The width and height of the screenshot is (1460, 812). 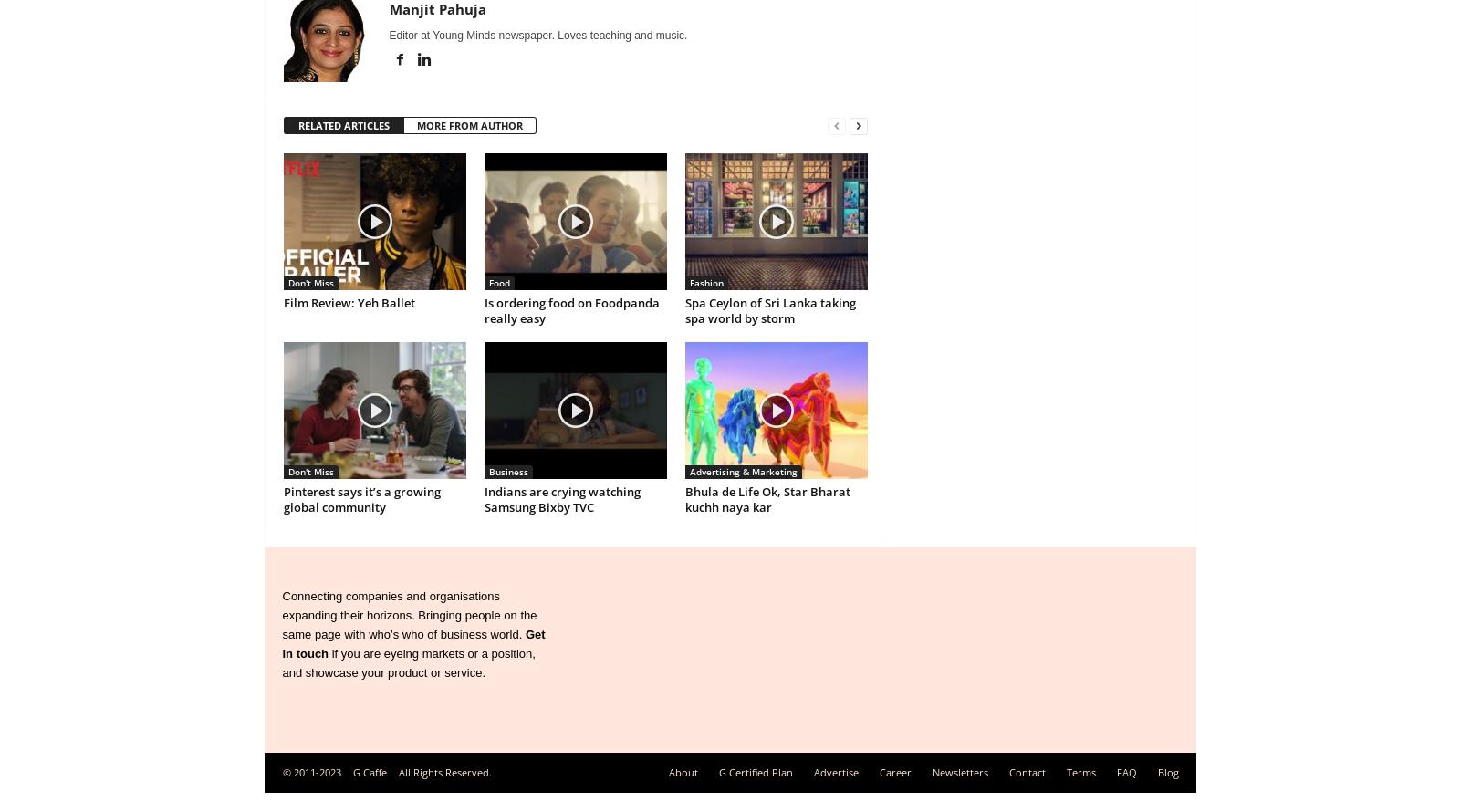 What do you see at coordinates (689, 282) in the screenshot?
I see `'Fashion'` at bounding box center [689, 282].